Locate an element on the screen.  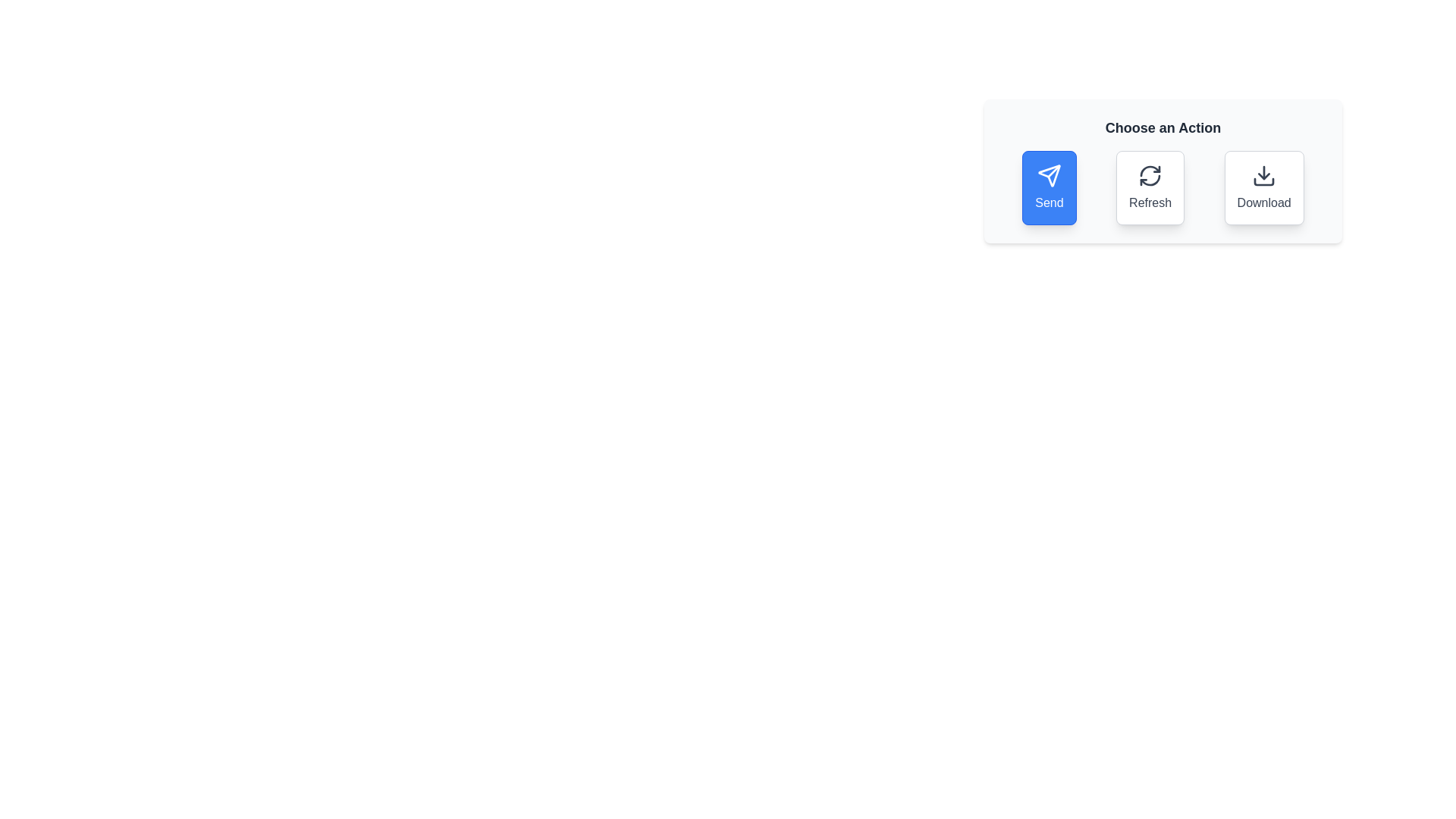
the action chip corresponding to Download is located at coordinates (1264, 187).